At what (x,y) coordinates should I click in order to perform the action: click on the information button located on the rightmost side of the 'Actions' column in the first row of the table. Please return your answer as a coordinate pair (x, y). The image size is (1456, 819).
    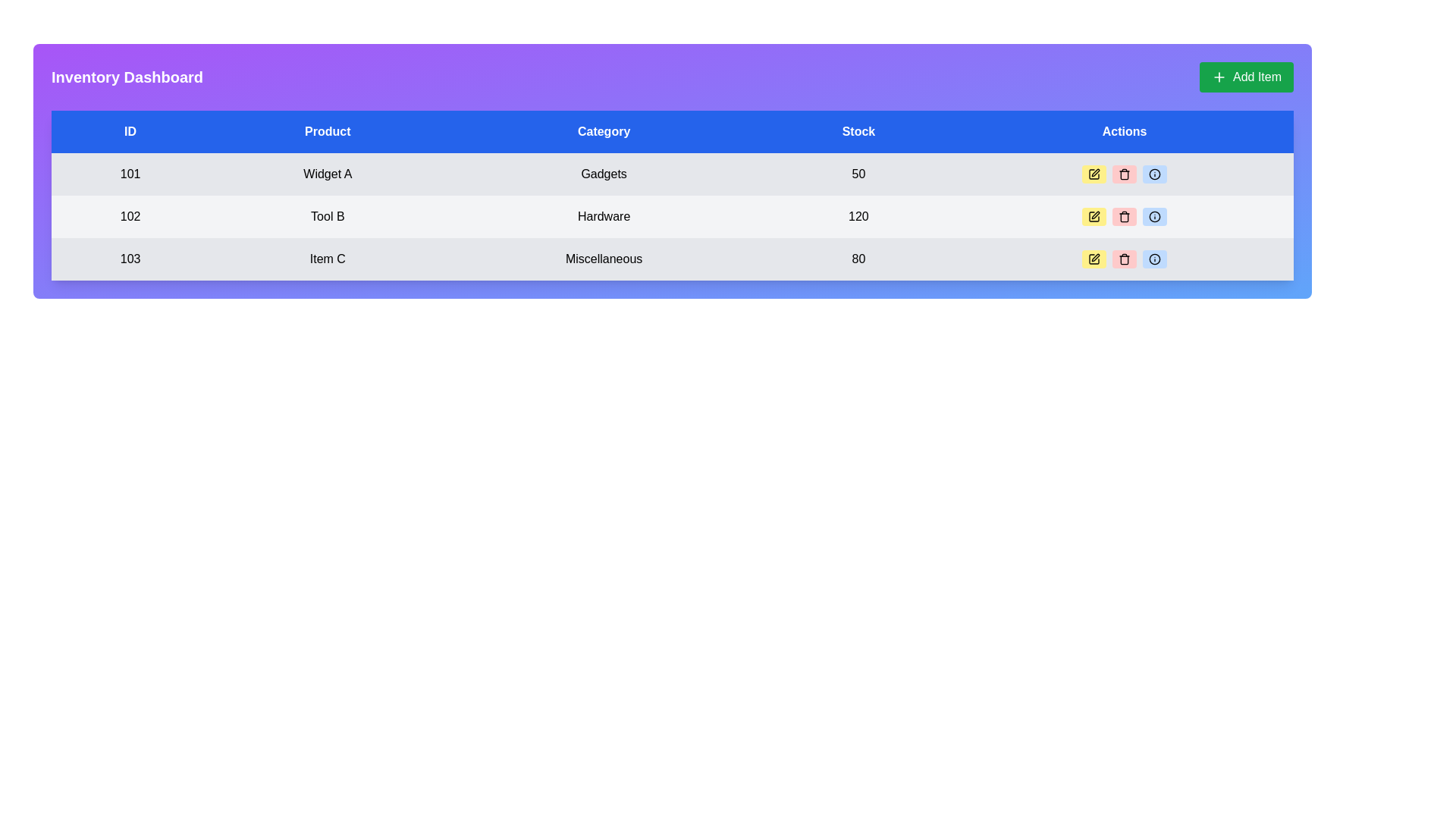
    Looking at the image, I should click on (1153, 174).